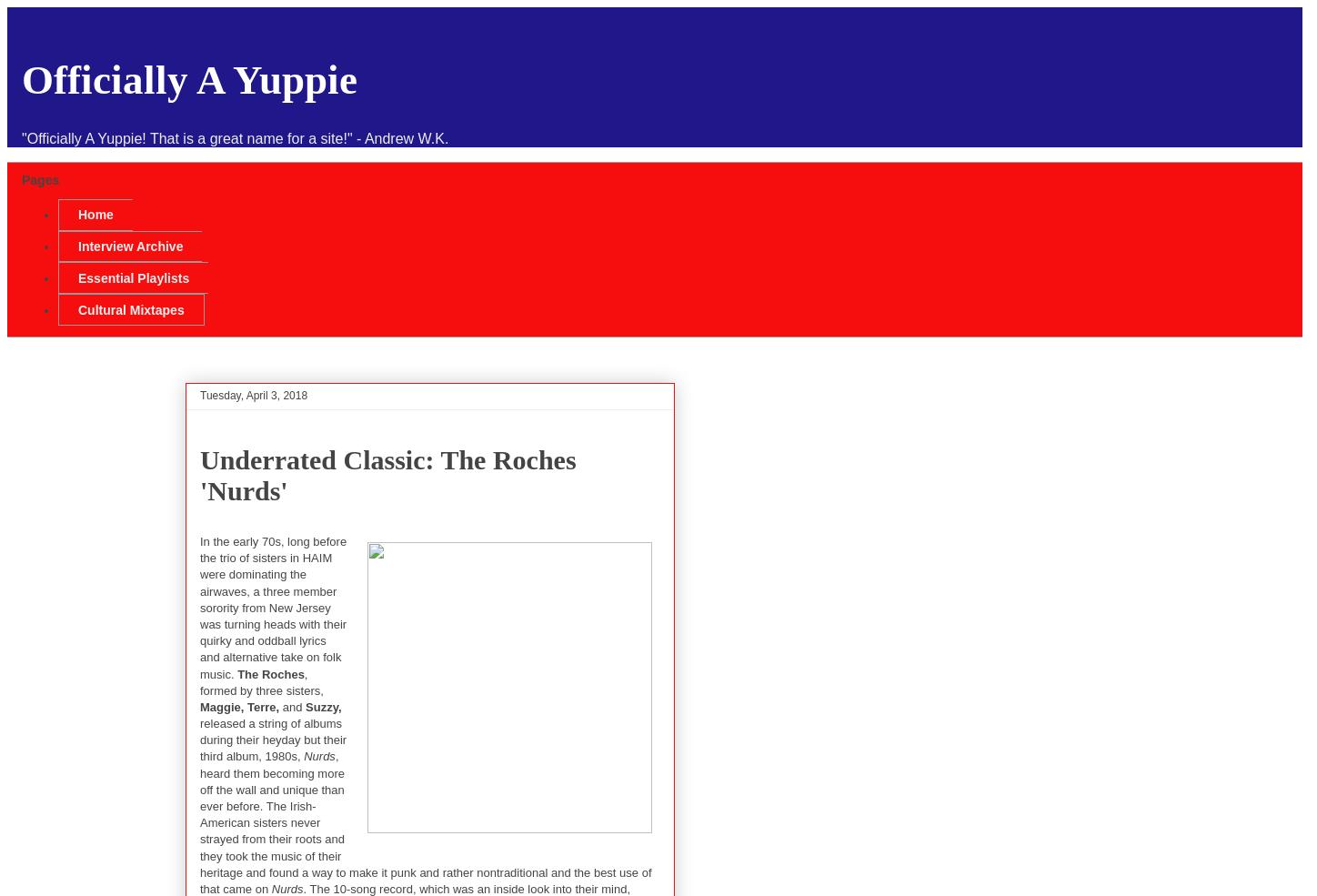 The width and height of the screenshot is (1317, 896). Describe the element at coordinates (22, 138) in the screenshot. I see `'"Officially A Yuppie! That is a great name for a site!" - Andrew W.K.'` at that location.